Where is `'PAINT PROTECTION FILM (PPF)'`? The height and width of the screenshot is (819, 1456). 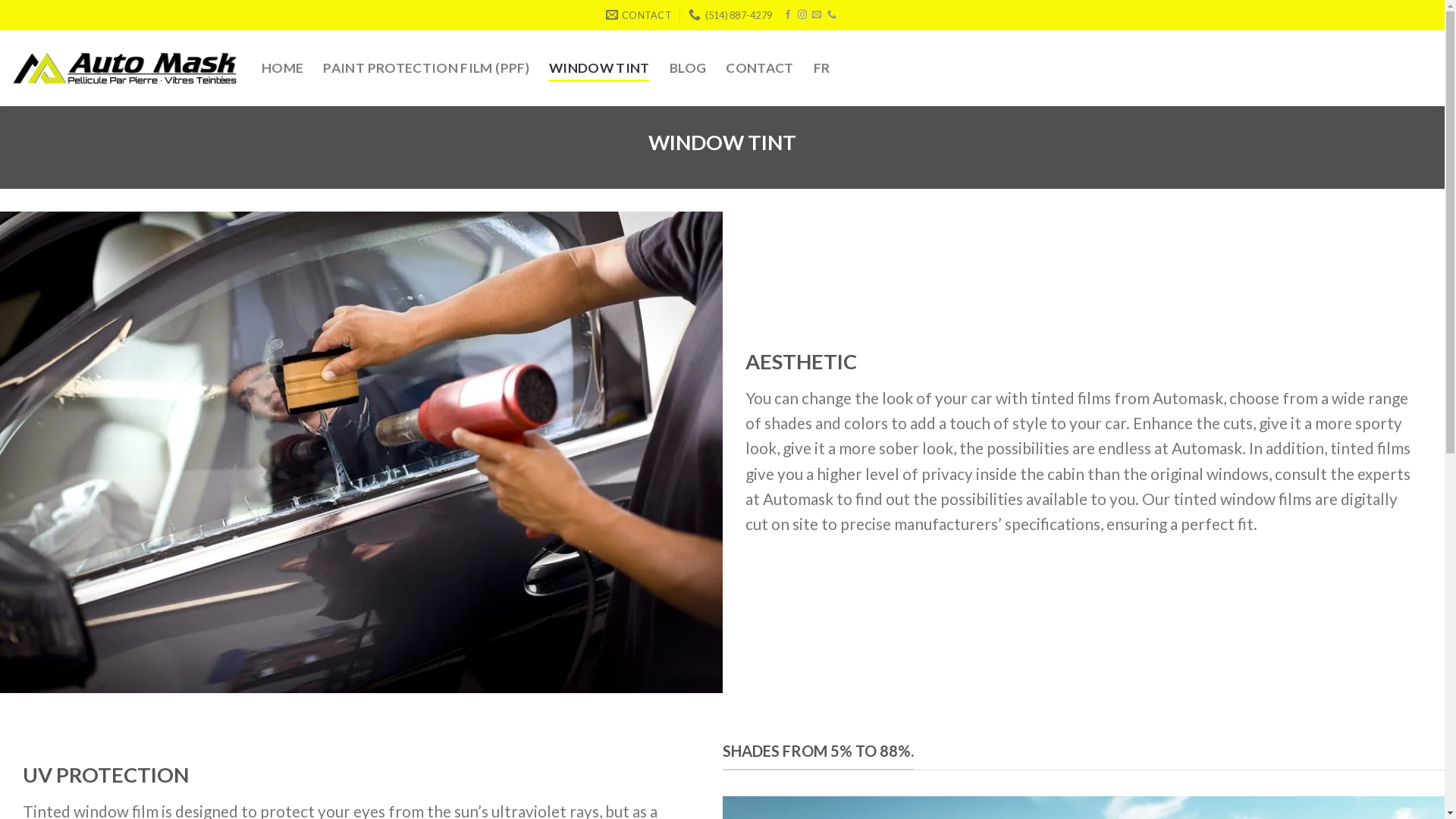 'PAINT PROTECTION FILM (PPF)' is located at coordinates (322, 67).